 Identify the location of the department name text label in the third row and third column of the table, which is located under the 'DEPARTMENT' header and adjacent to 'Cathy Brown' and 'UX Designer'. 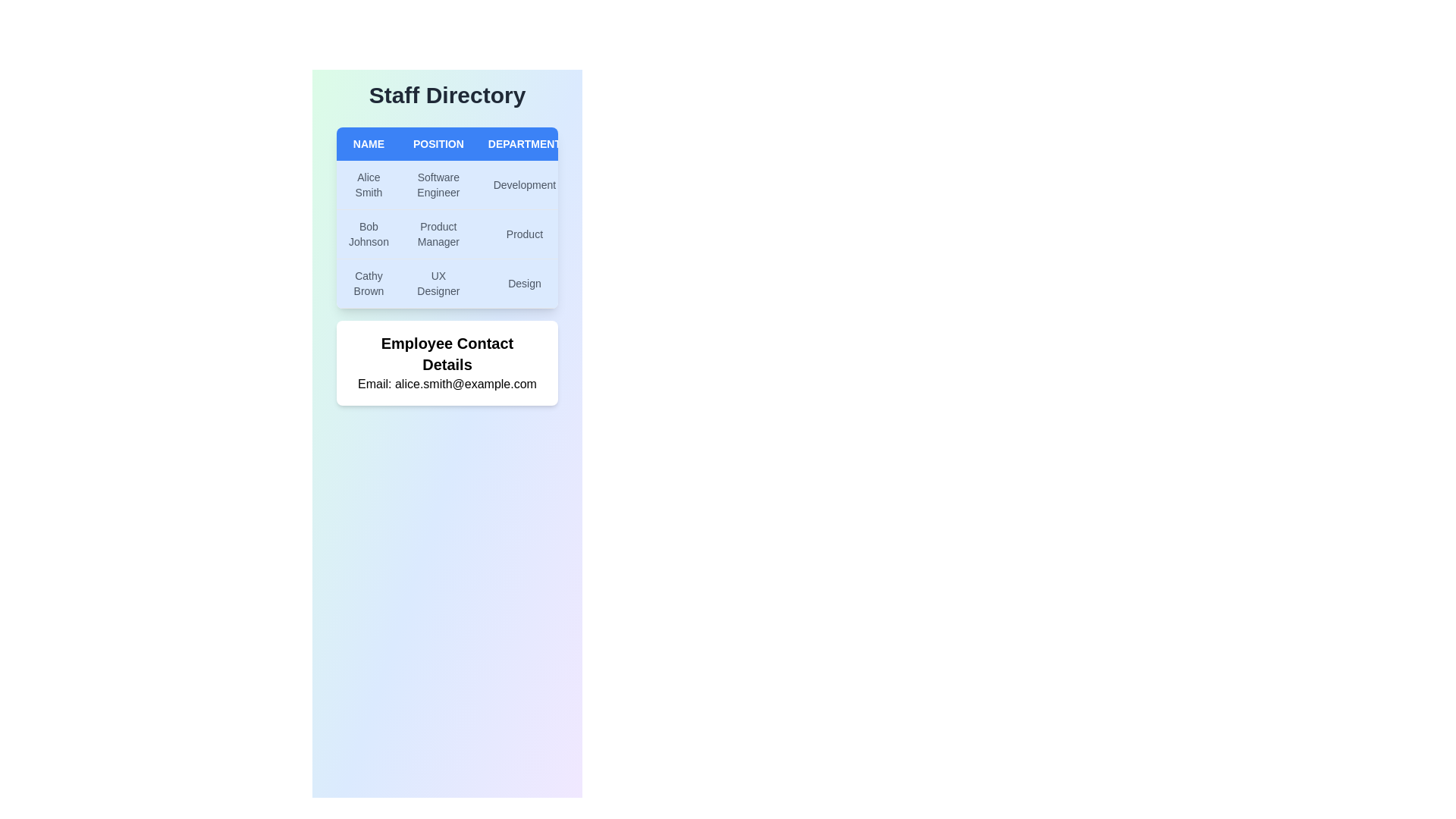
(524, 284).